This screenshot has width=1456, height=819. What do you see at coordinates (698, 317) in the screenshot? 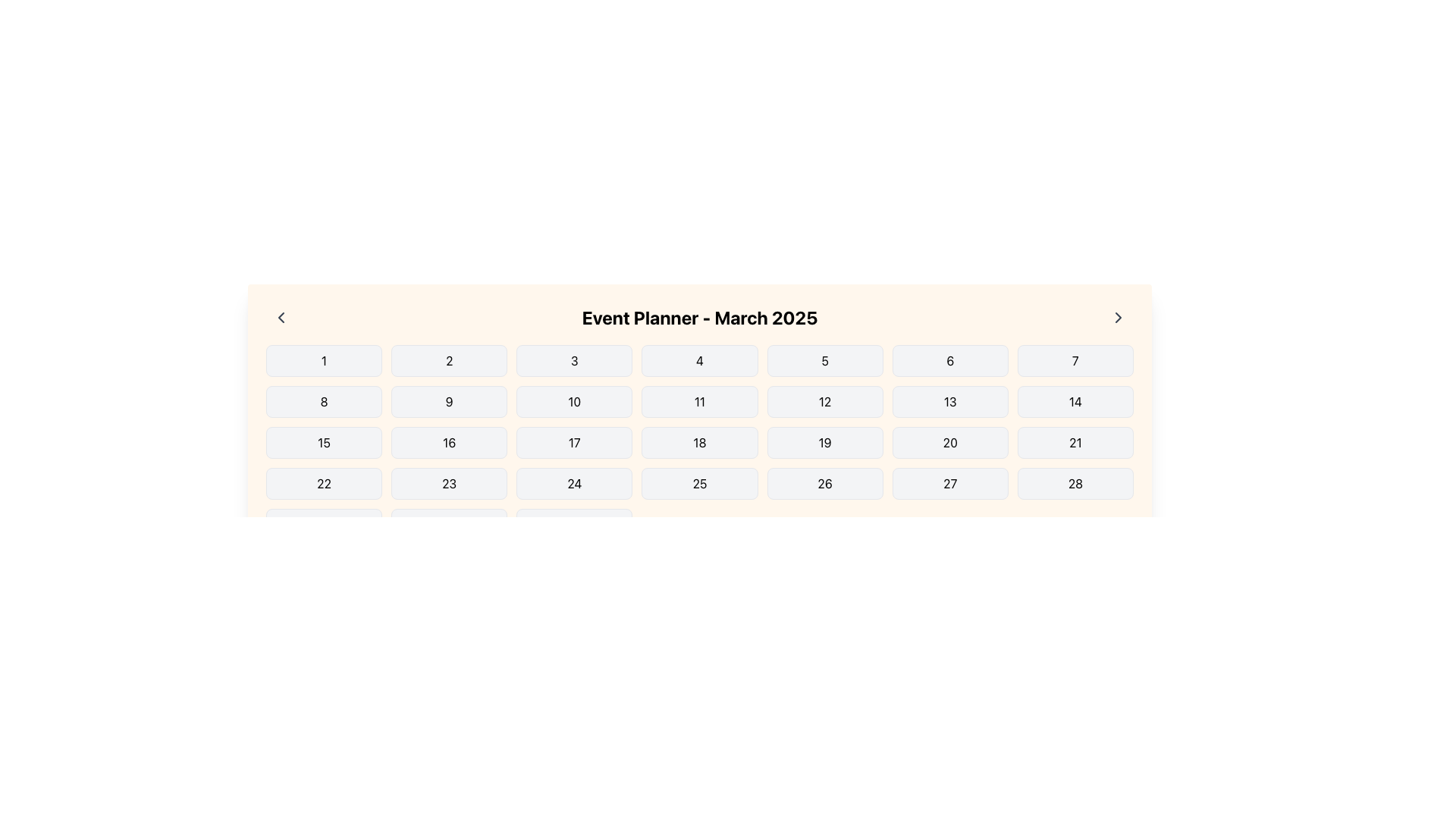
I see `the Header text indicating the current view or selected time period within the calendar or scheduling interface, which is positioned above the calendar grid` at bounding box center [698, 317].